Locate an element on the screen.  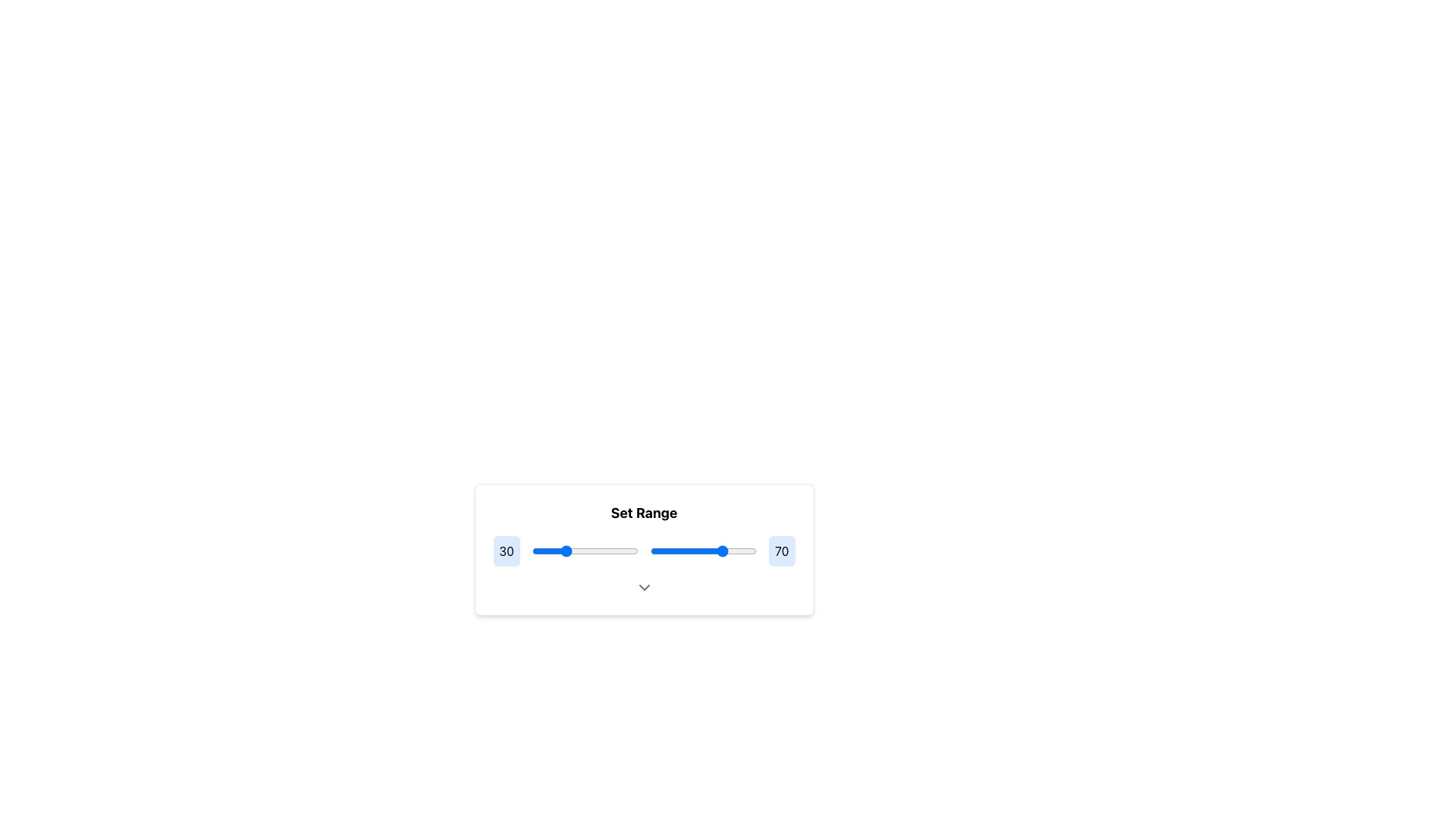
the start value of the range slider is located at coordinates (635, 551).